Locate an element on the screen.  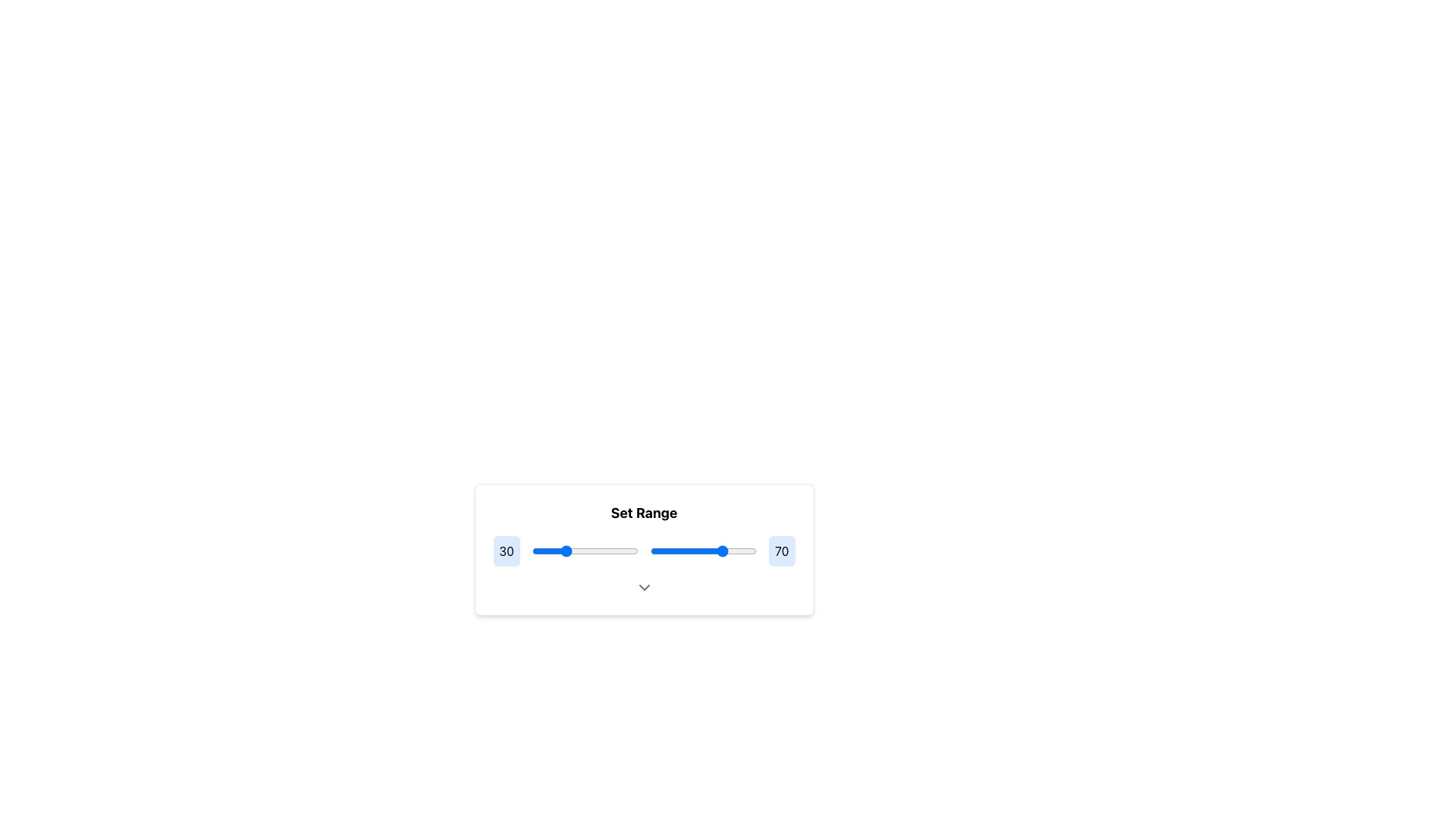
the start value of the range slider is located at coordinates (635, 551).